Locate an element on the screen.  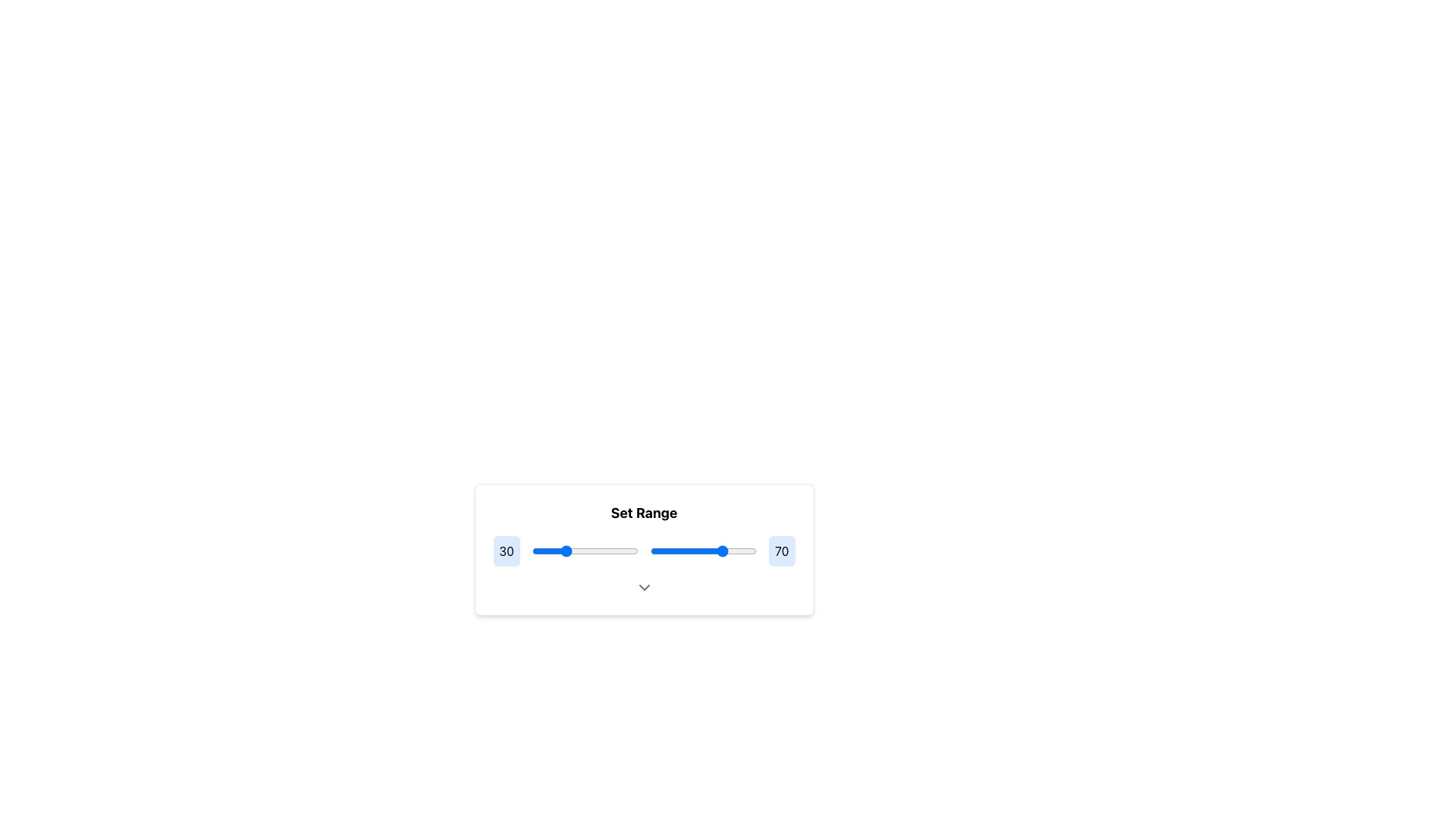
the start value of the range slider is located at coordinates (635, 551).